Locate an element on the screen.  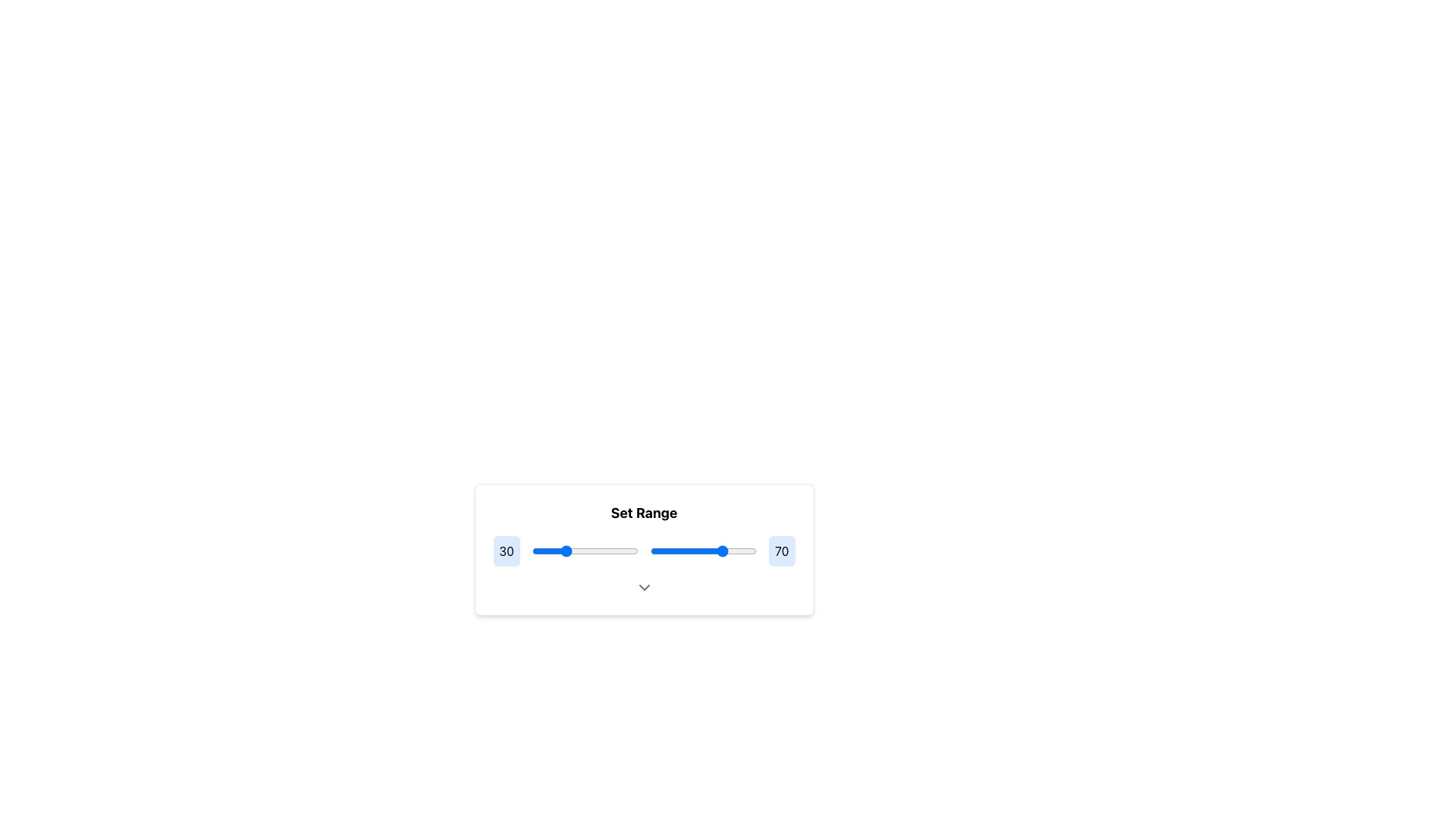
the start value of the range slider is located at coordinates (635, 551).